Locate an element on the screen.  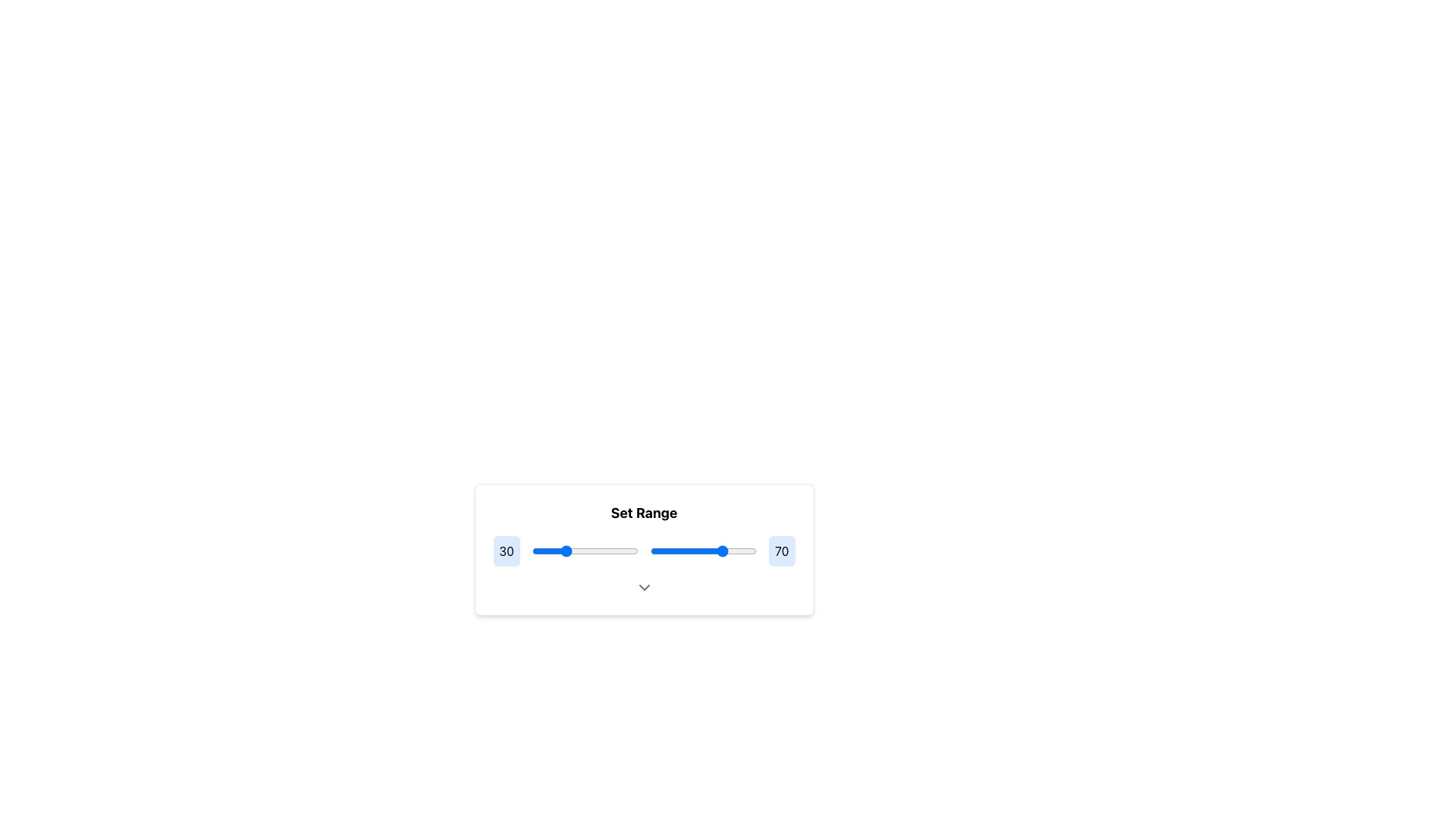
the start value of the range slider is located at coordinates (635, 551).